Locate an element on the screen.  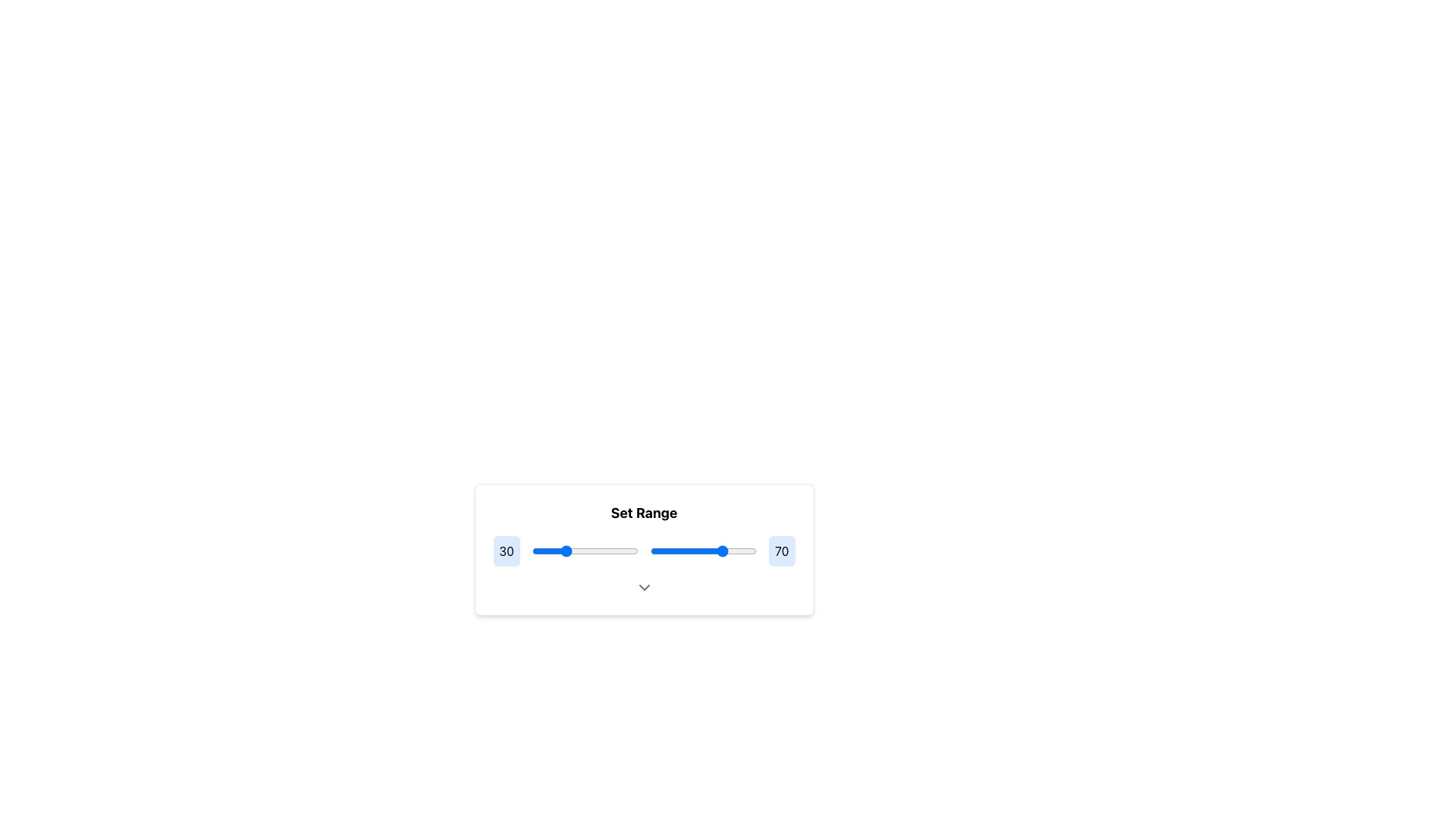
the start value of the range slider is located at coordinates (635, 551).